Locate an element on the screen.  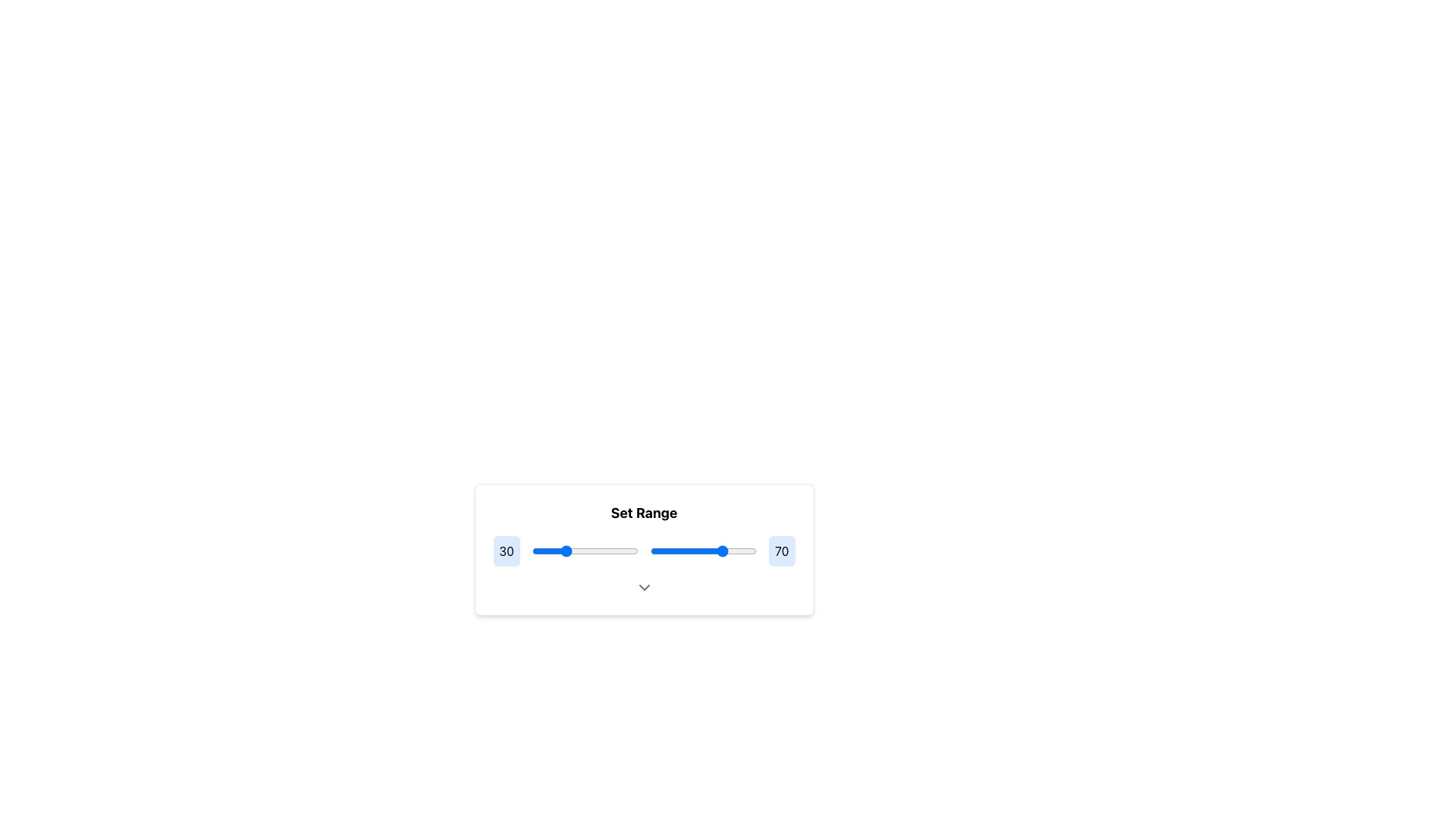
the start value of the range slider is located at coordinates (635, 551).